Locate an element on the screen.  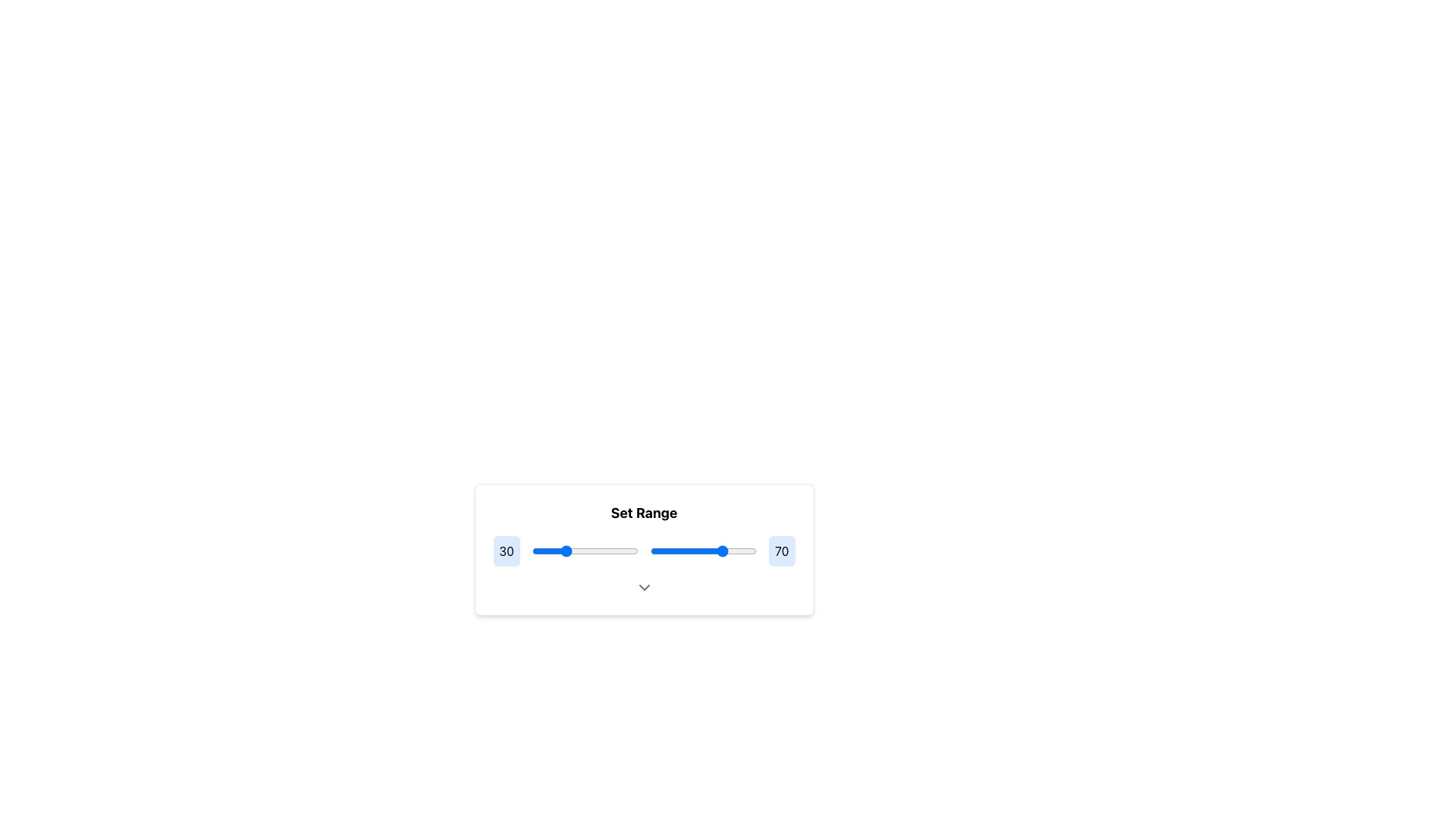
the start value of the range slider is located at coordinates (635, 551).